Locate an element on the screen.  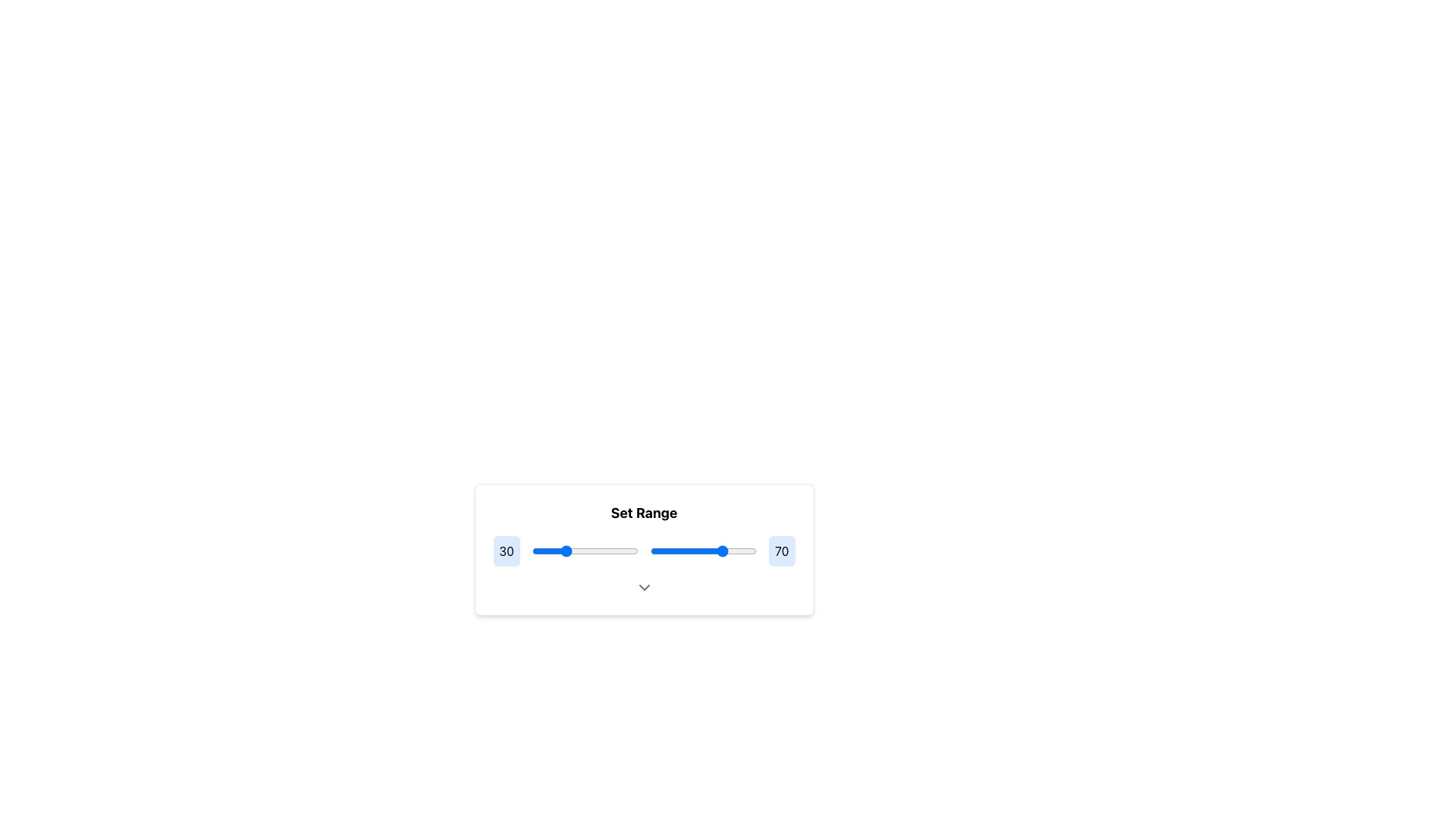
the start value of the range slider is located at coordinates (635, 551).